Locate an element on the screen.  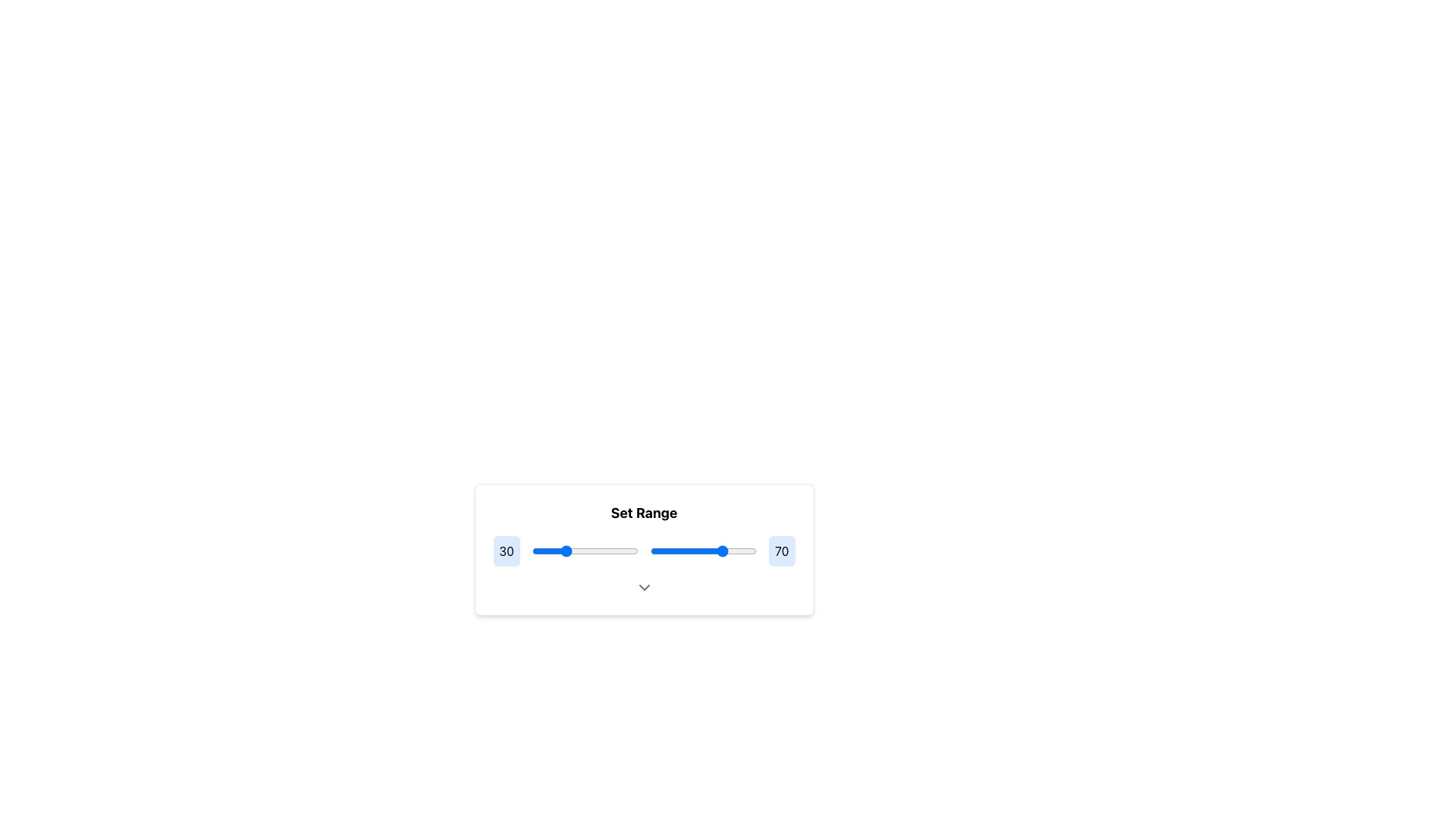
the start value of the range slider is located at coordinates (635, 551).